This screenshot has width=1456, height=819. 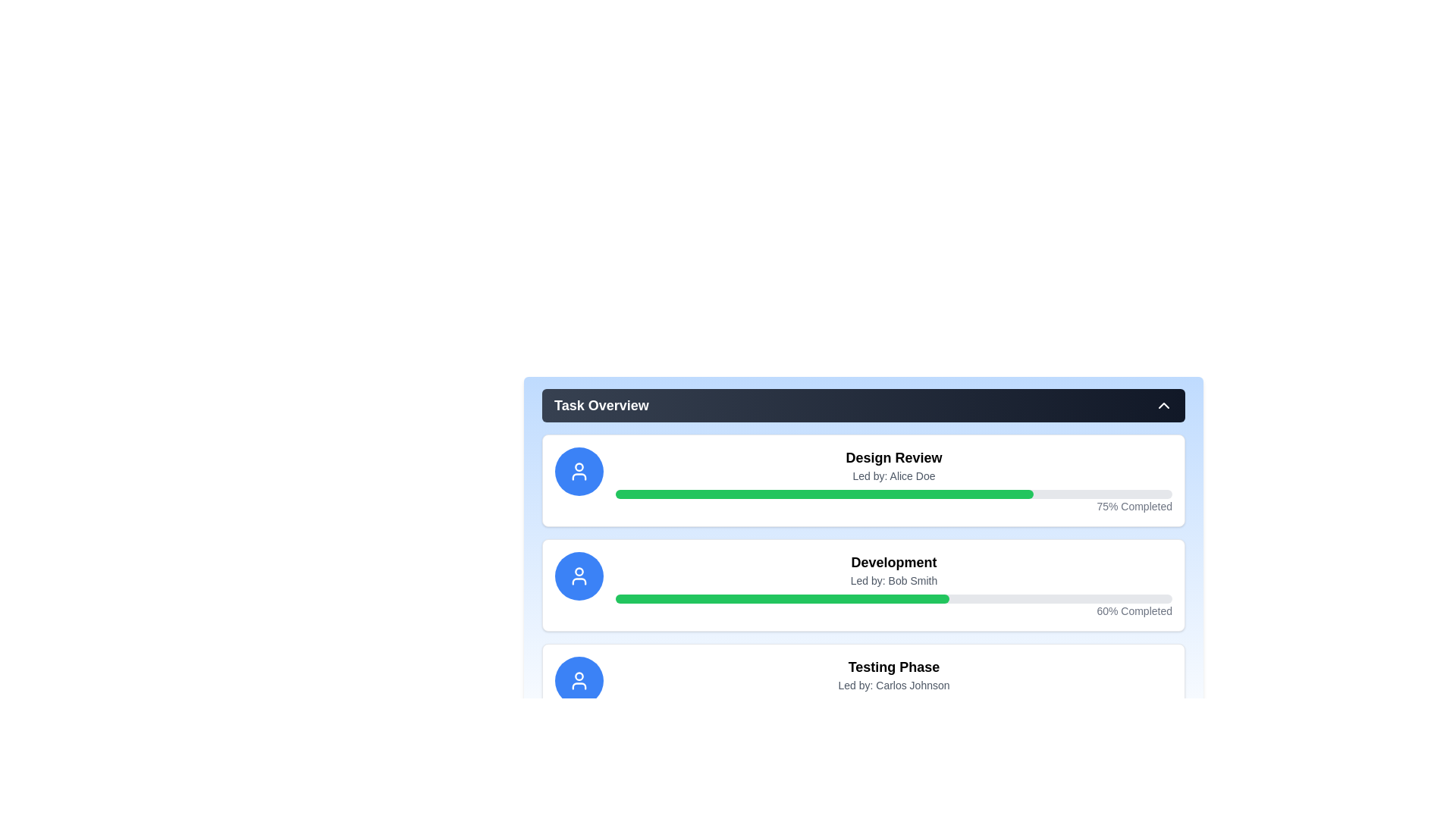 I want to click on the text label element that reads 'Led by: Alice Doe', which is styled with a light gray font and is centrally aligned beneath the title 'Design Review', so click(x=894, y=475).